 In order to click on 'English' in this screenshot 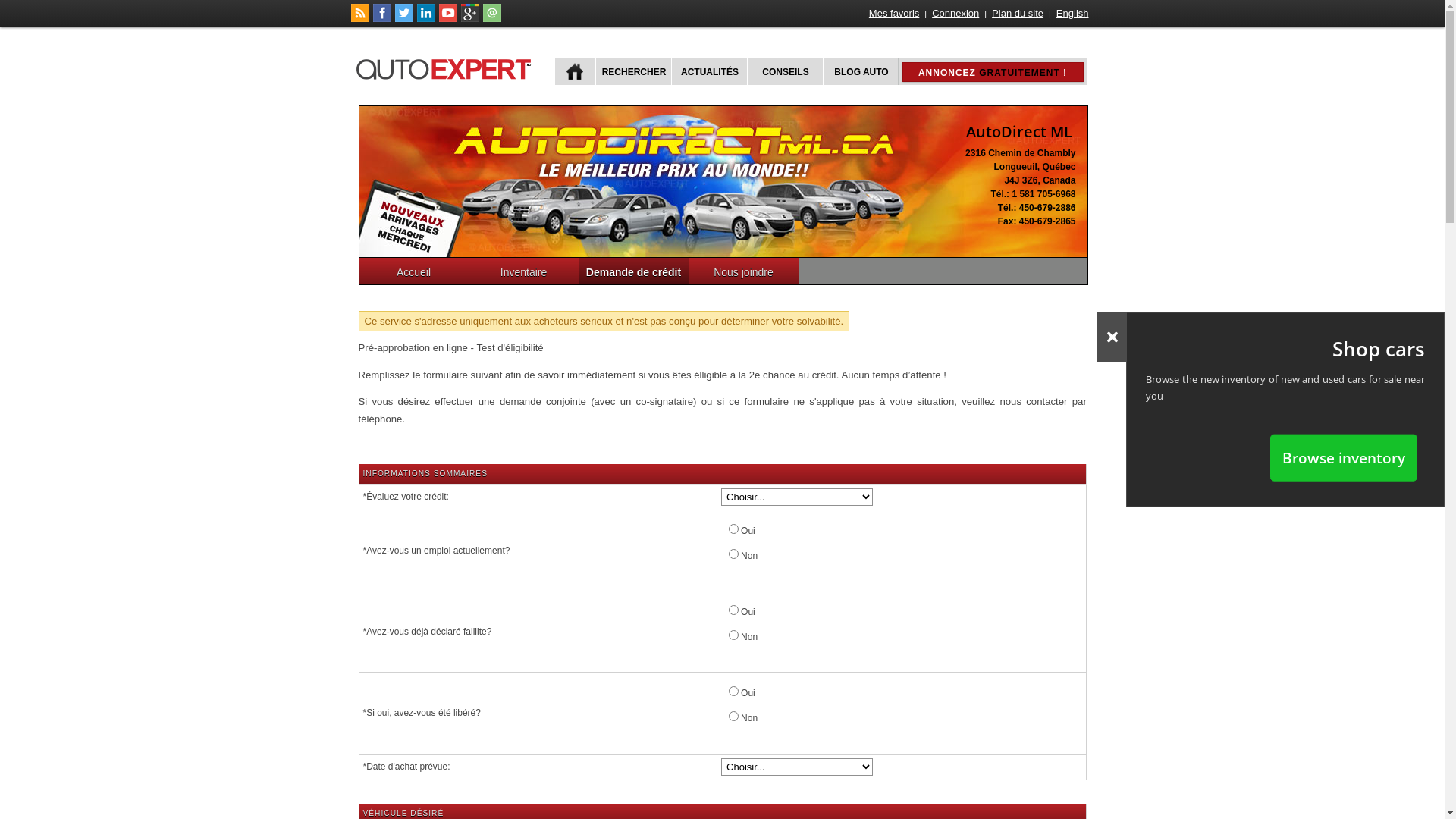, I will do `click(1072, 13)`.